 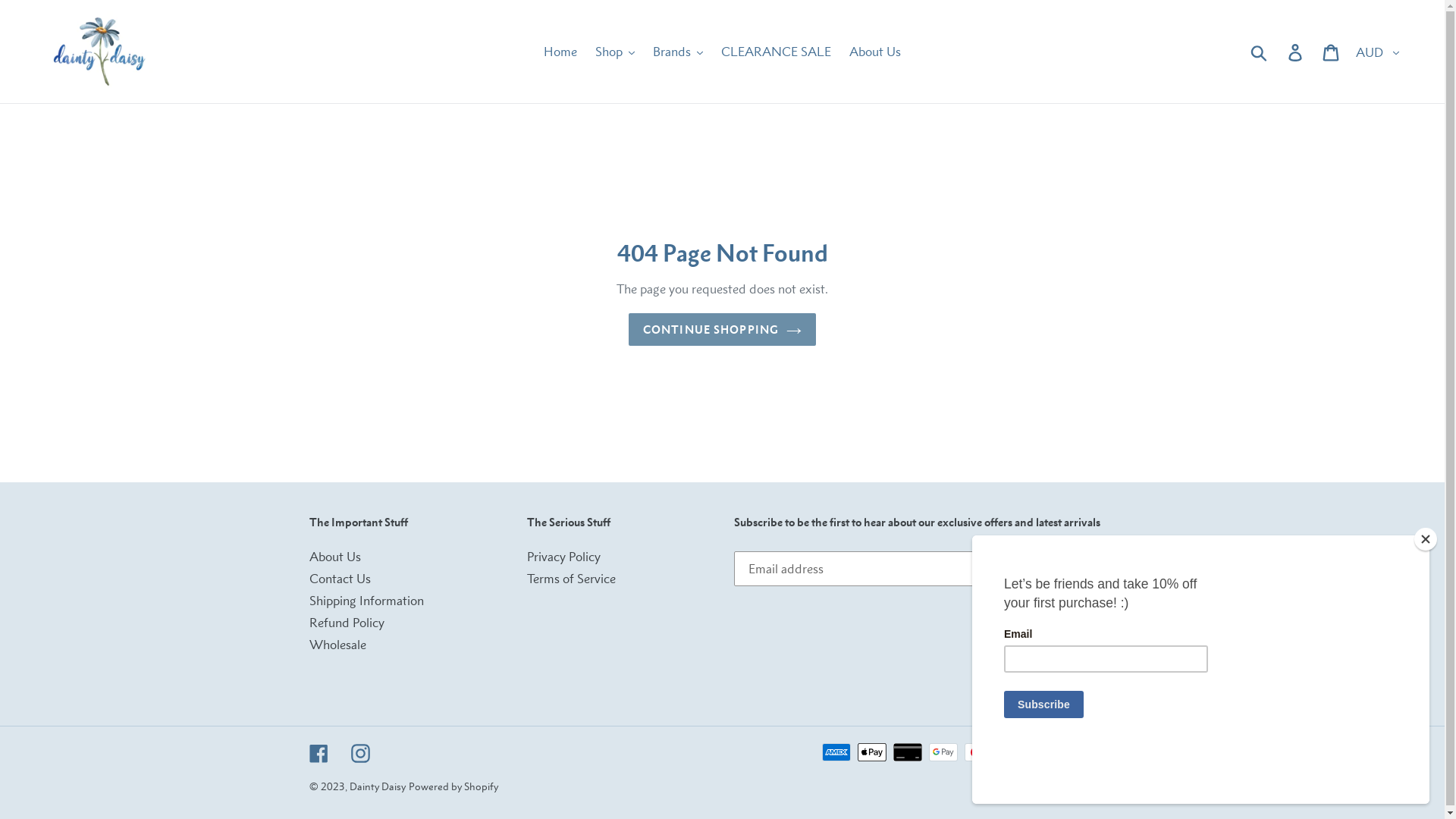 What do you see at coordinates (527, 556) in the screenshot?
I see `'Privacy Policy'` at bounding box center [527, 556].